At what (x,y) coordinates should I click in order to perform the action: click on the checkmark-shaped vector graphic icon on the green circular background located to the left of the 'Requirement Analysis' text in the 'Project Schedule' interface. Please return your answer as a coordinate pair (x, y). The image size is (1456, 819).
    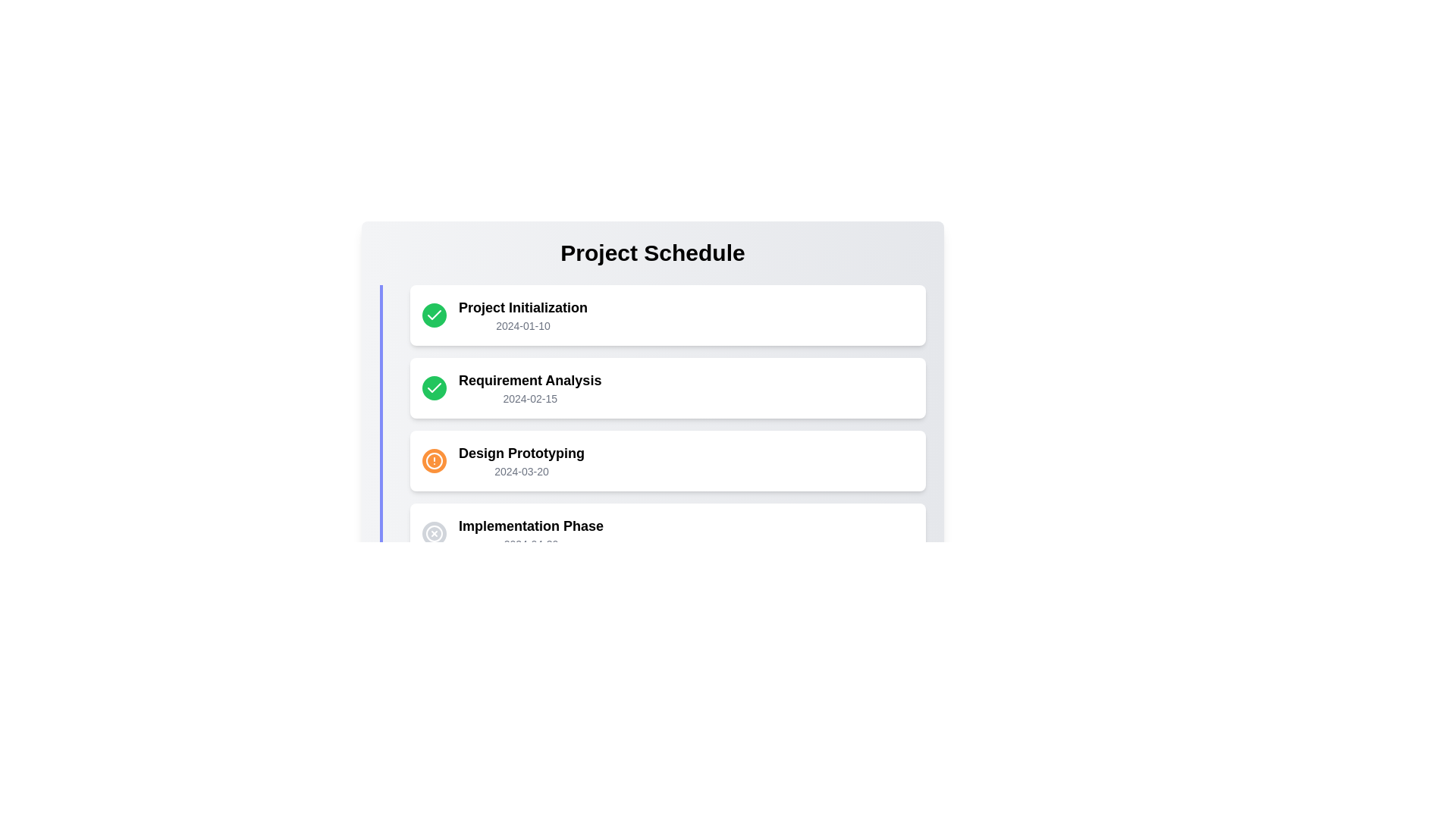
    Looking at the image, I should click on (433, 314).